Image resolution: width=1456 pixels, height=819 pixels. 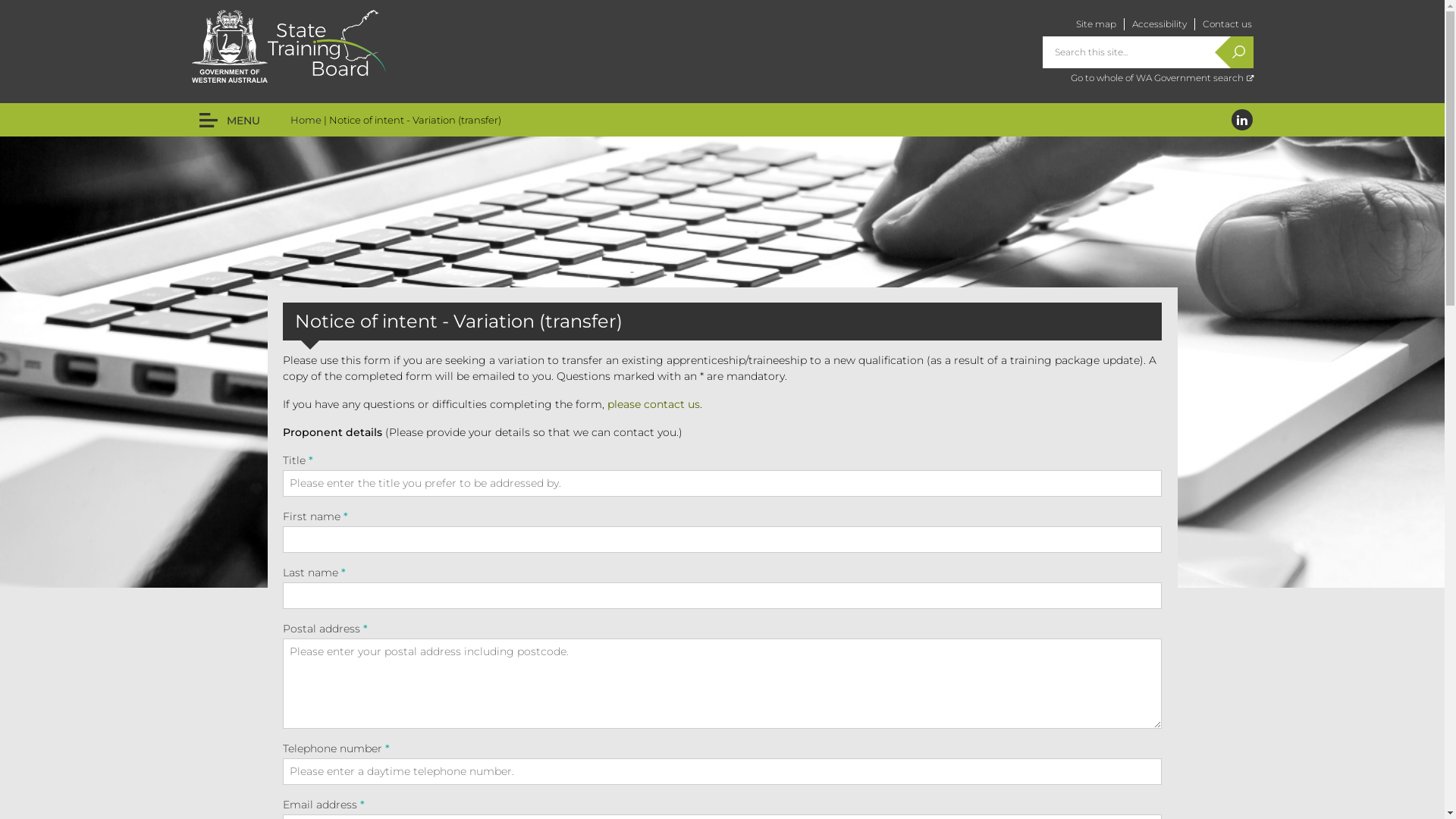 I want to click on 'LinkedIn', so click(x=1241, y=119).